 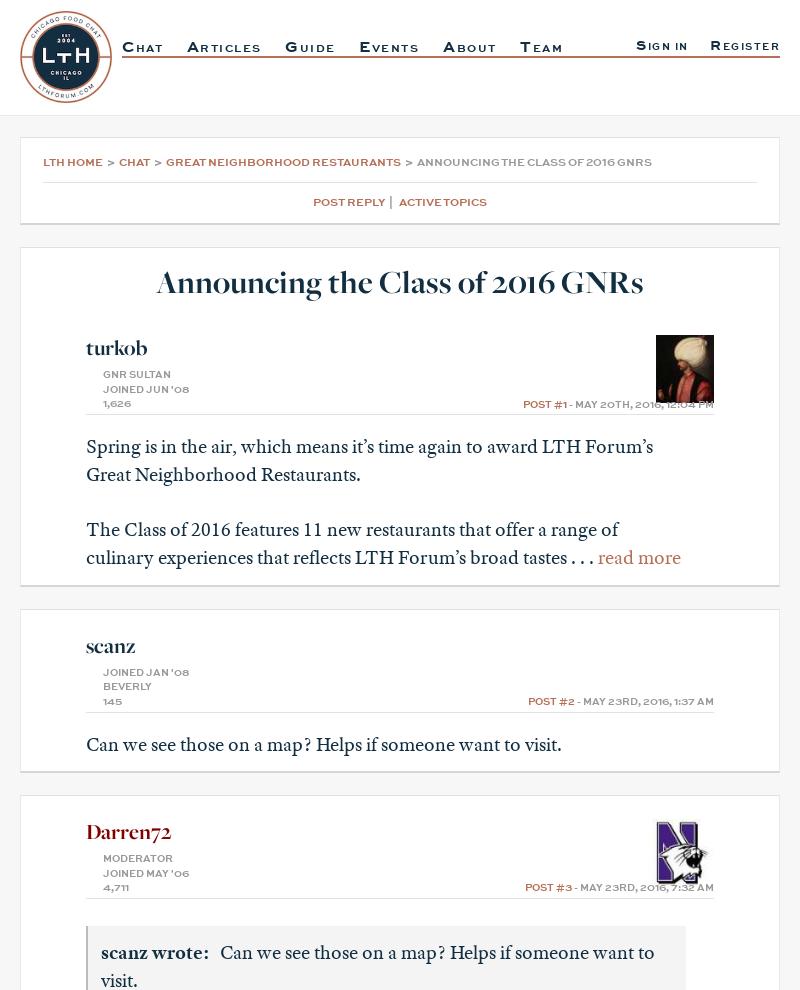 What do you see at coordinates (643, 700) in the screenshot?
I see `'- May 23rd, 2016, 1:37 am'` at bounding box center [643, 700].